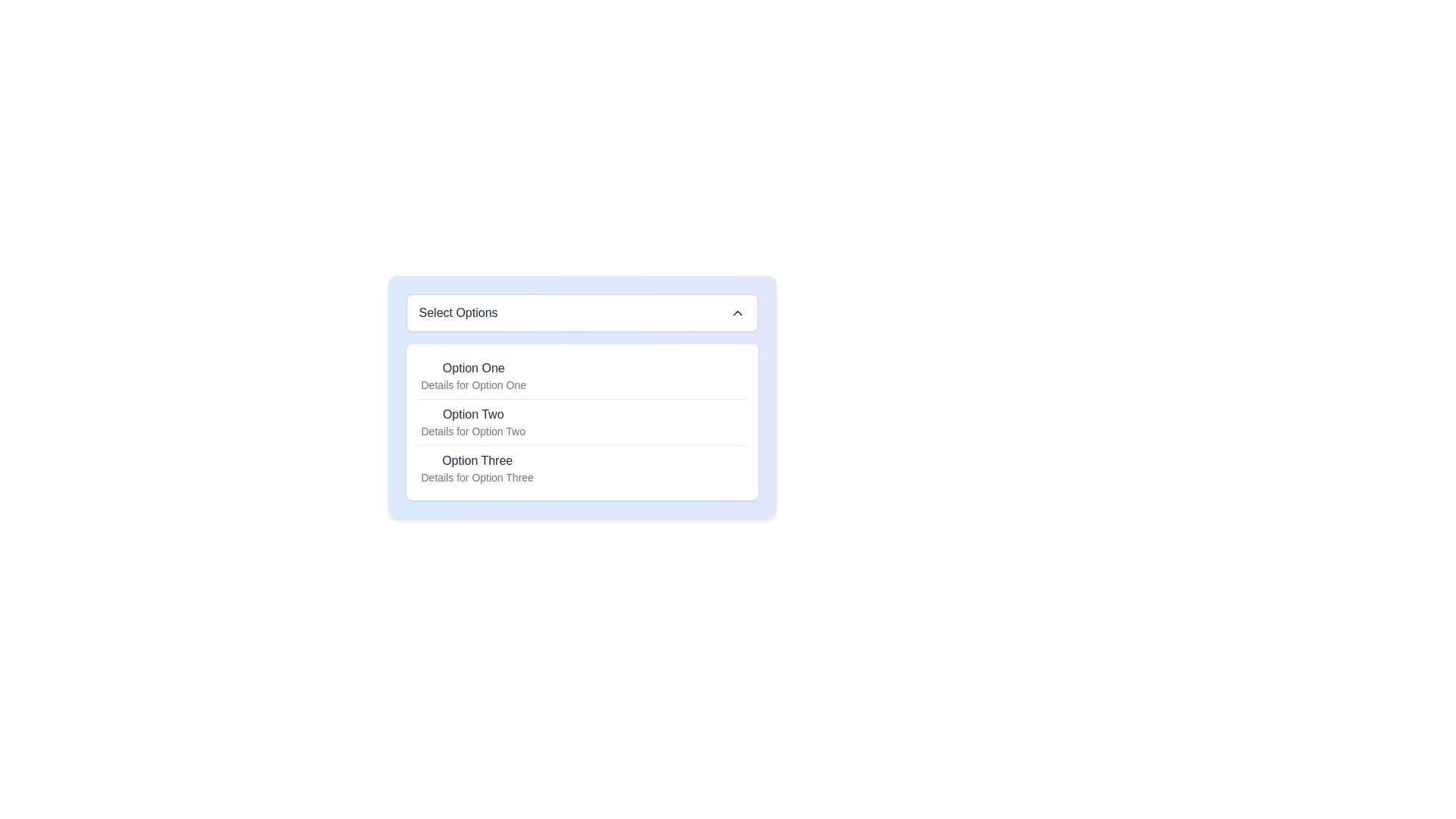 The width and height of the screenshot is (1456, 819). I want to click on the descriptive text for 'Option Three' in the dropdown menu under 'Select Options', so click(476, 476).